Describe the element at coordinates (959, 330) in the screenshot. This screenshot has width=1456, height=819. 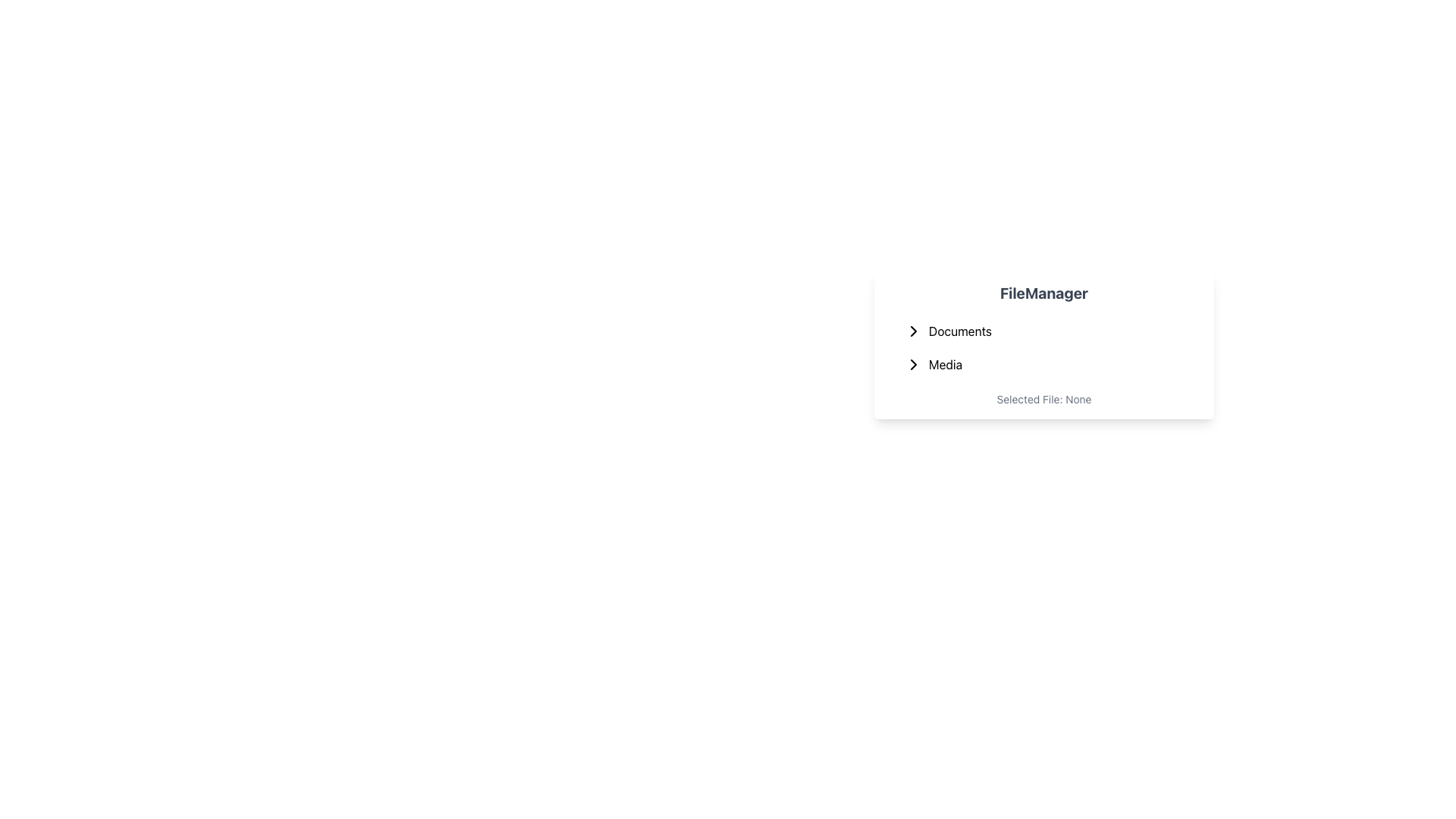
I see `the 'Documents' text label, which serves as a menu entry for navigating or expanding a submenu related to documents, located under the 'FileManager' heading` at that location.